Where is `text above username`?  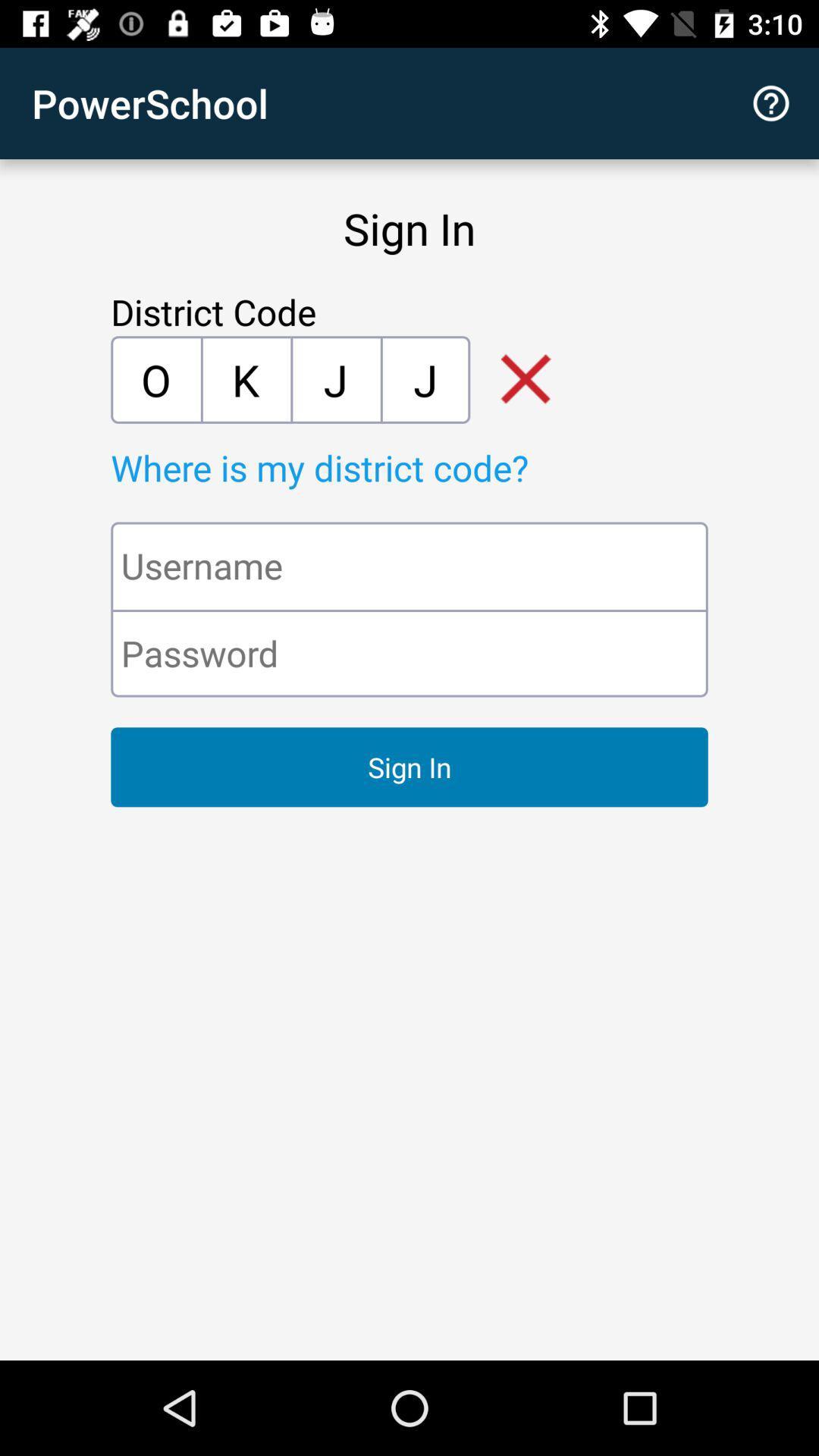 text above username is located at coordinates (444, 467).